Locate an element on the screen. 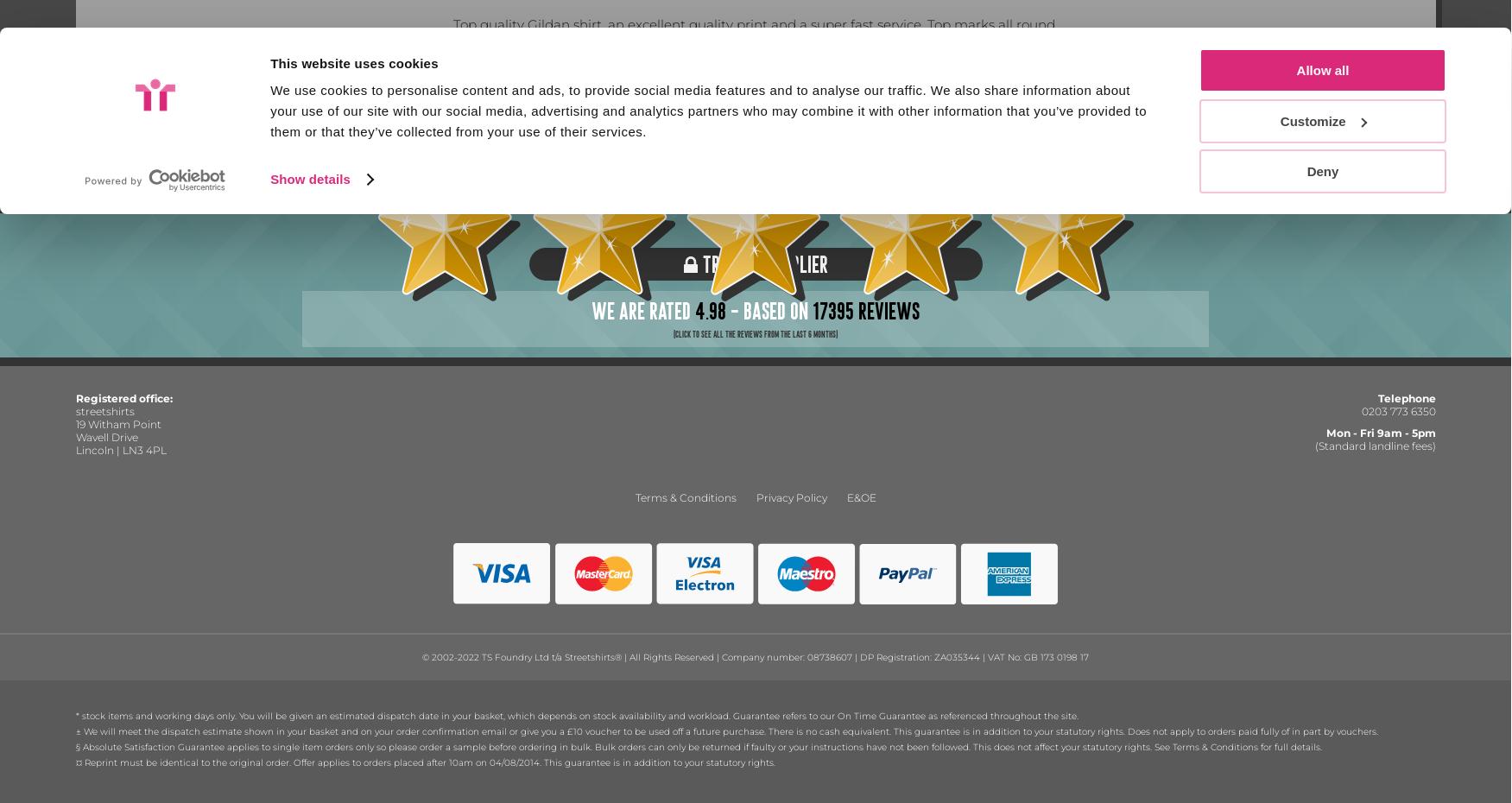 This screenshot has width=1512, height=803. 'Registered office:' is located at coordinates (123, 398).